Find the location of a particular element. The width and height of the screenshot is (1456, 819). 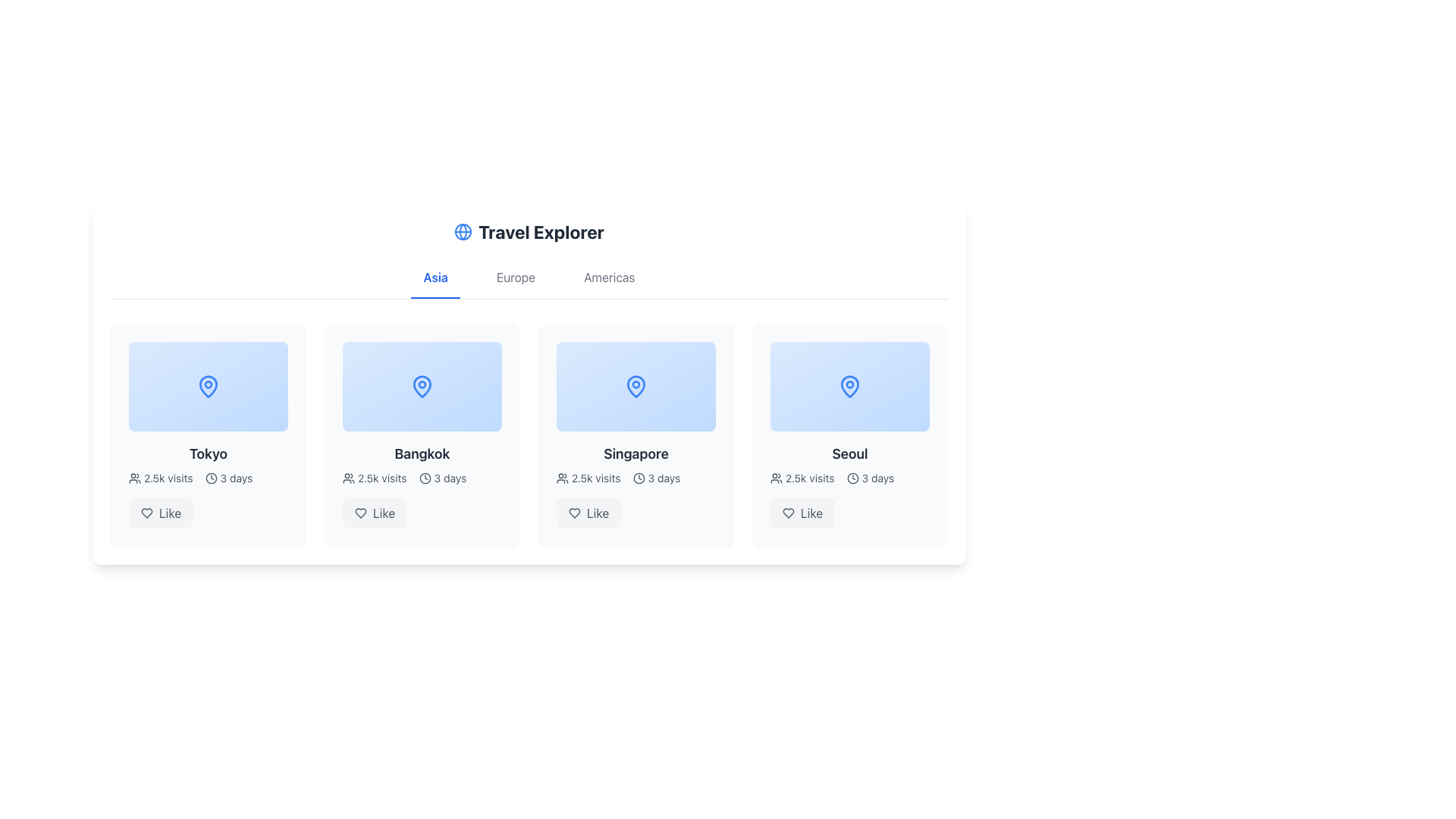

the heart icon located at the bottom section of the 'Seoul' card to express liking the content is located at coordinates (789, 513).